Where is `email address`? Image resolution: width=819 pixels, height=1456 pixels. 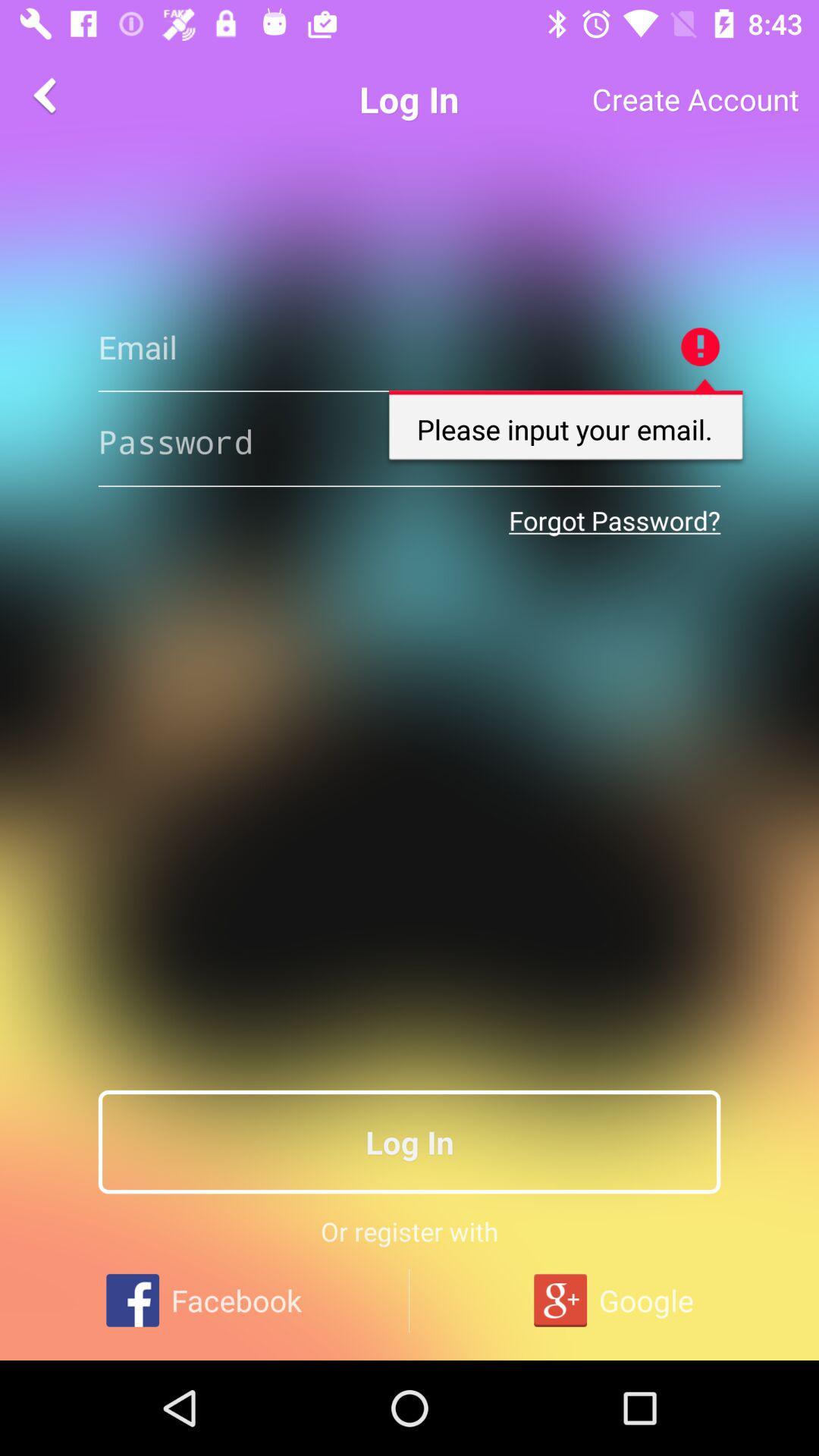
email address is located at coordinates (409, 346).